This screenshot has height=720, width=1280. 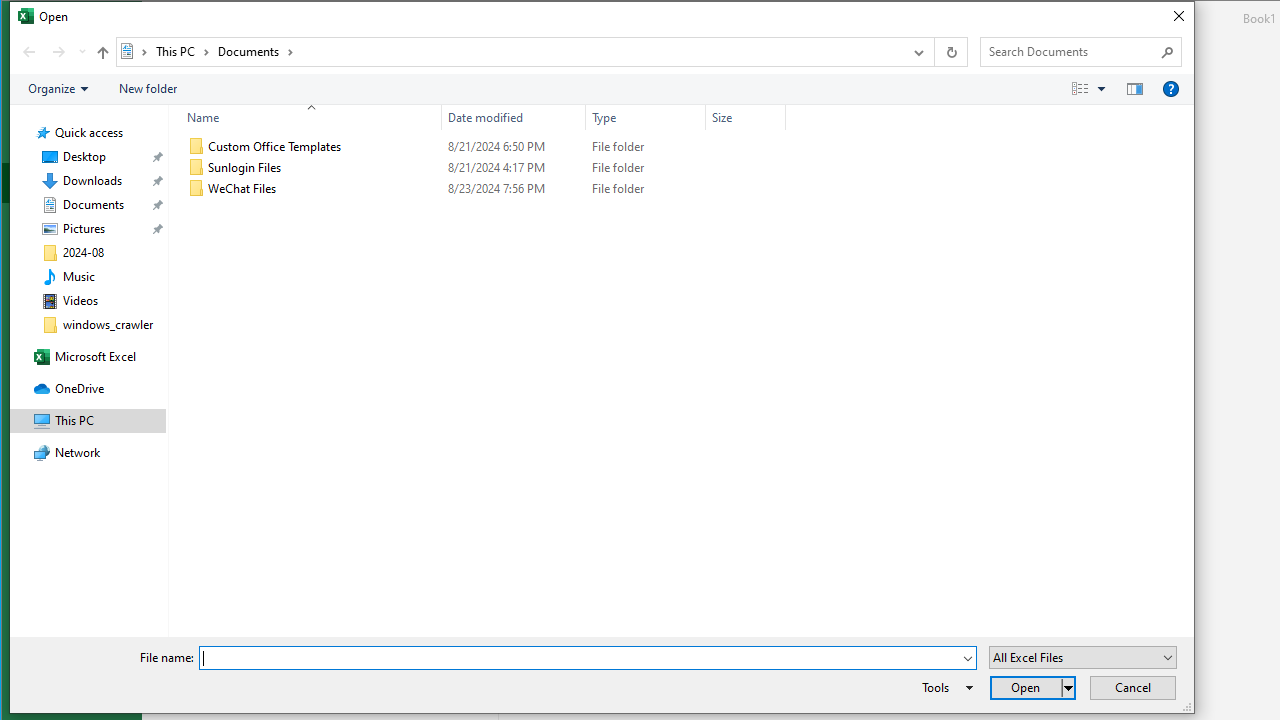 What do you see at coordinates (28, 50) in the screenshot?
I see `'Back (Alt + Left Arrow)'` at bounding box center [28, 50].